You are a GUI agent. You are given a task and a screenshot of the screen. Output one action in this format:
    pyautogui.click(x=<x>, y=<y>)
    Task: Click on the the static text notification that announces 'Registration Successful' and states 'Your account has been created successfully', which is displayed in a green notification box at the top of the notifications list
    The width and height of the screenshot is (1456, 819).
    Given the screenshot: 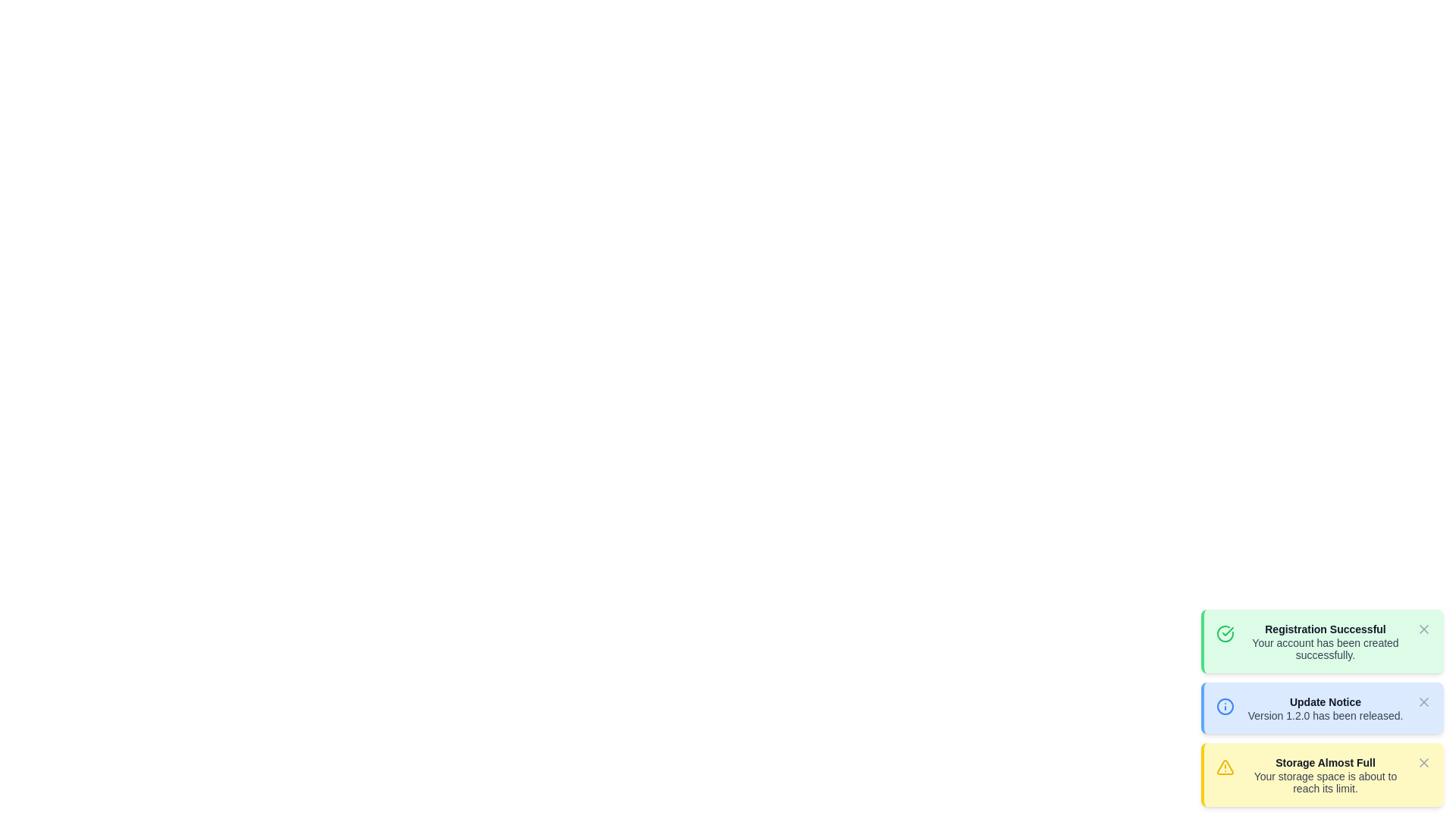 What is the action you would take?
    pyautogui.click(x=1324, y=641)
    